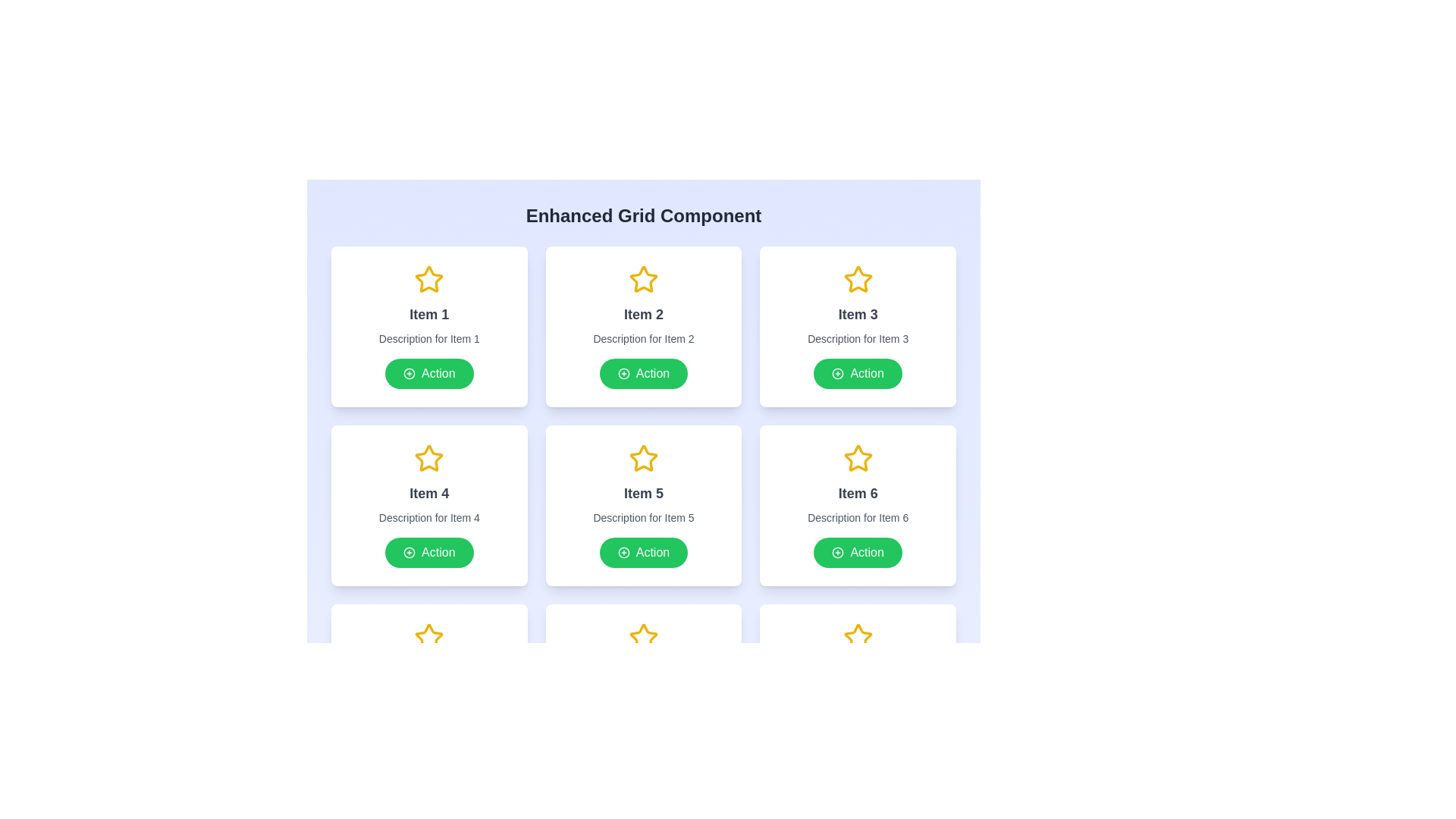 Image resolution: width=1456 pixels, height=819 pixels. Describe the element at coordinates (858, 553) in the screenshot. I see `the button located in the third row and third column of the grid layout, which is part of the 'Item 6' card` at that location.